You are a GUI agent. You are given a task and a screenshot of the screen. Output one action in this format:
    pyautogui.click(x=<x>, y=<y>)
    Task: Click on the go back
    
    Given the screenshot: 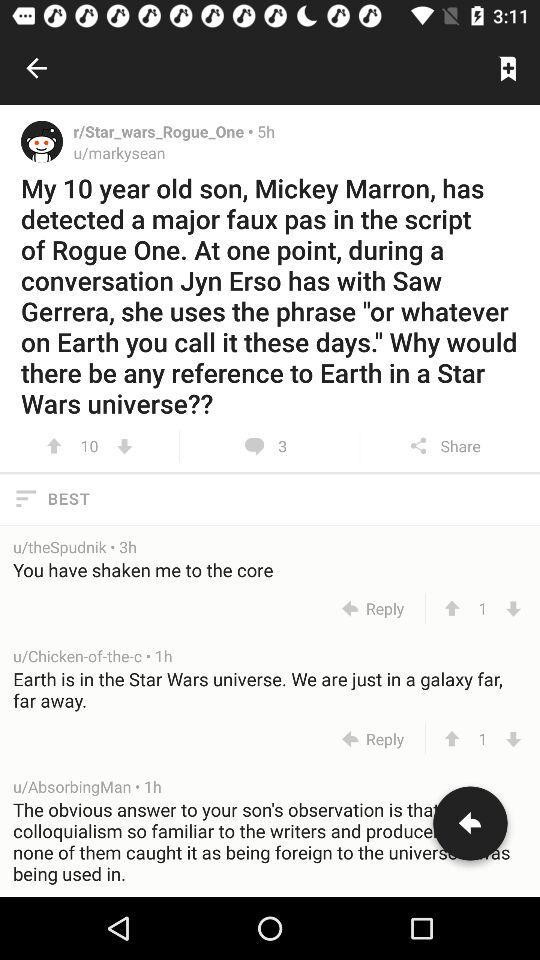 What is the action you would take?
    pyautogui.click(x=470, y=827)
    